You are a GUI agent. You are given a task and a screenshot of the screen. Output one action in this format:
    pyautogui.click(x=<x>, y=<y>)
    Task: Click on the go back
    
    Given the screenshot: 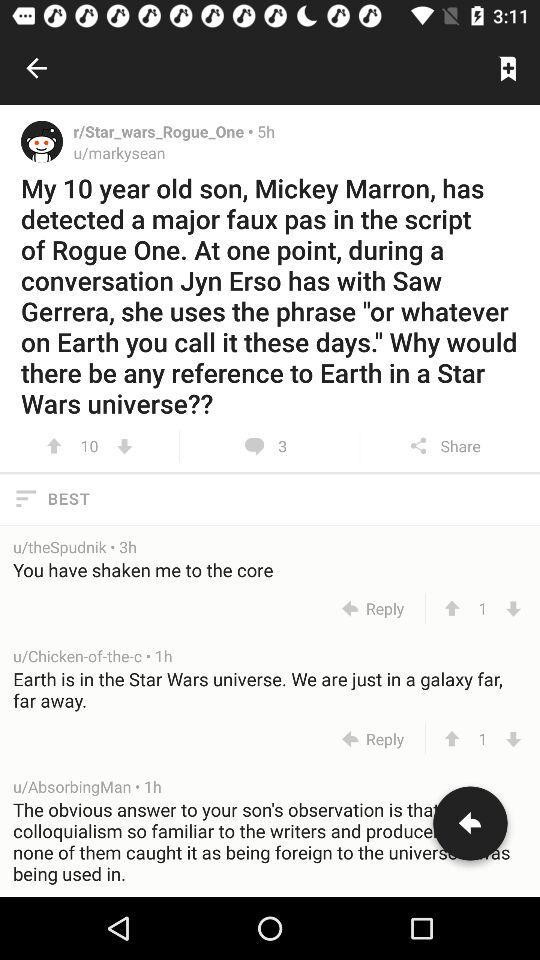 What is the action you would take?
    pyautogui.click(x=470, y=827)
    